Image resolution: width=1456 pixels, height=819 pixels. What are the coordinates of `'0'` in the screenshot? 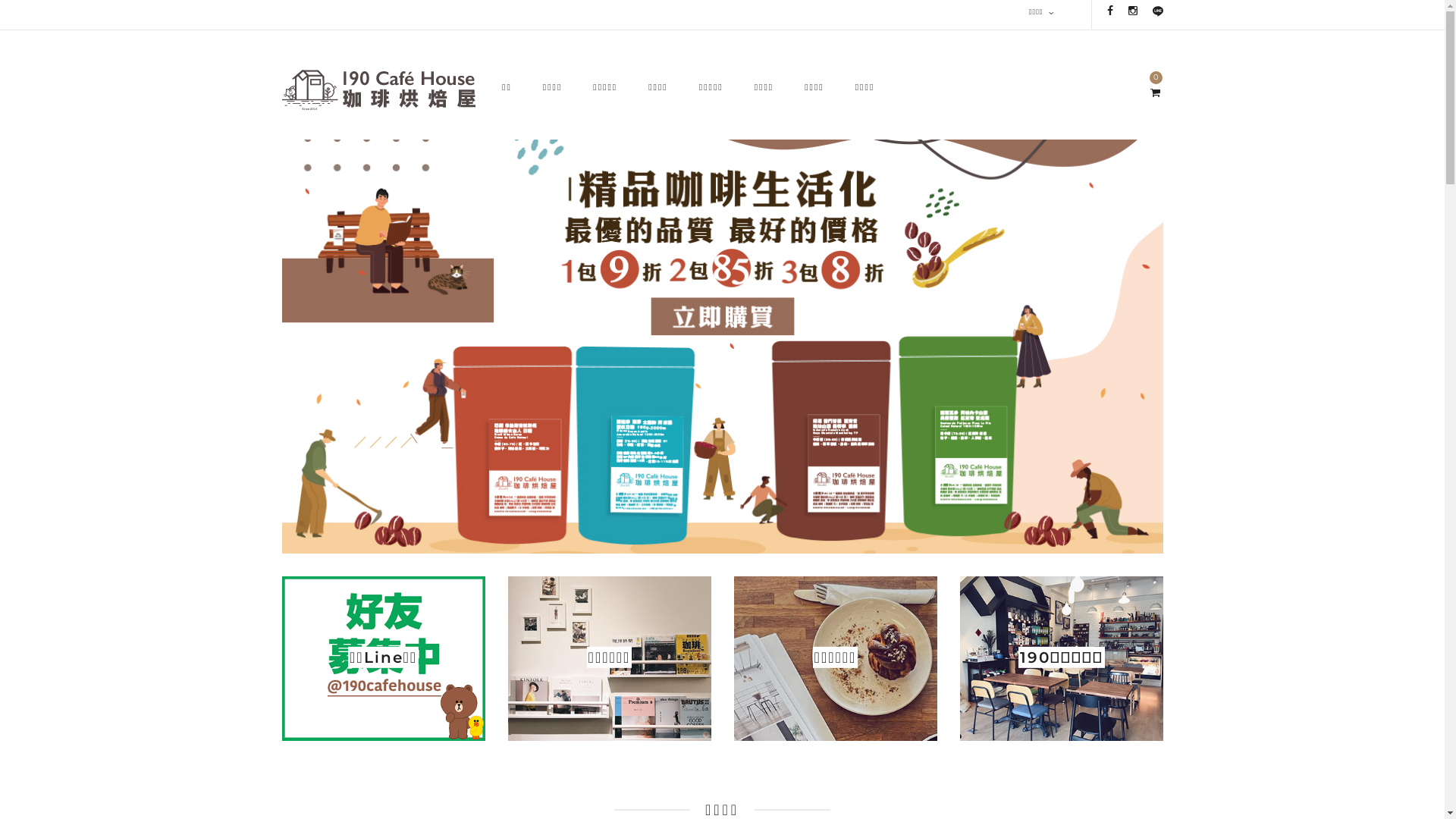 It's located at (1153, 93).